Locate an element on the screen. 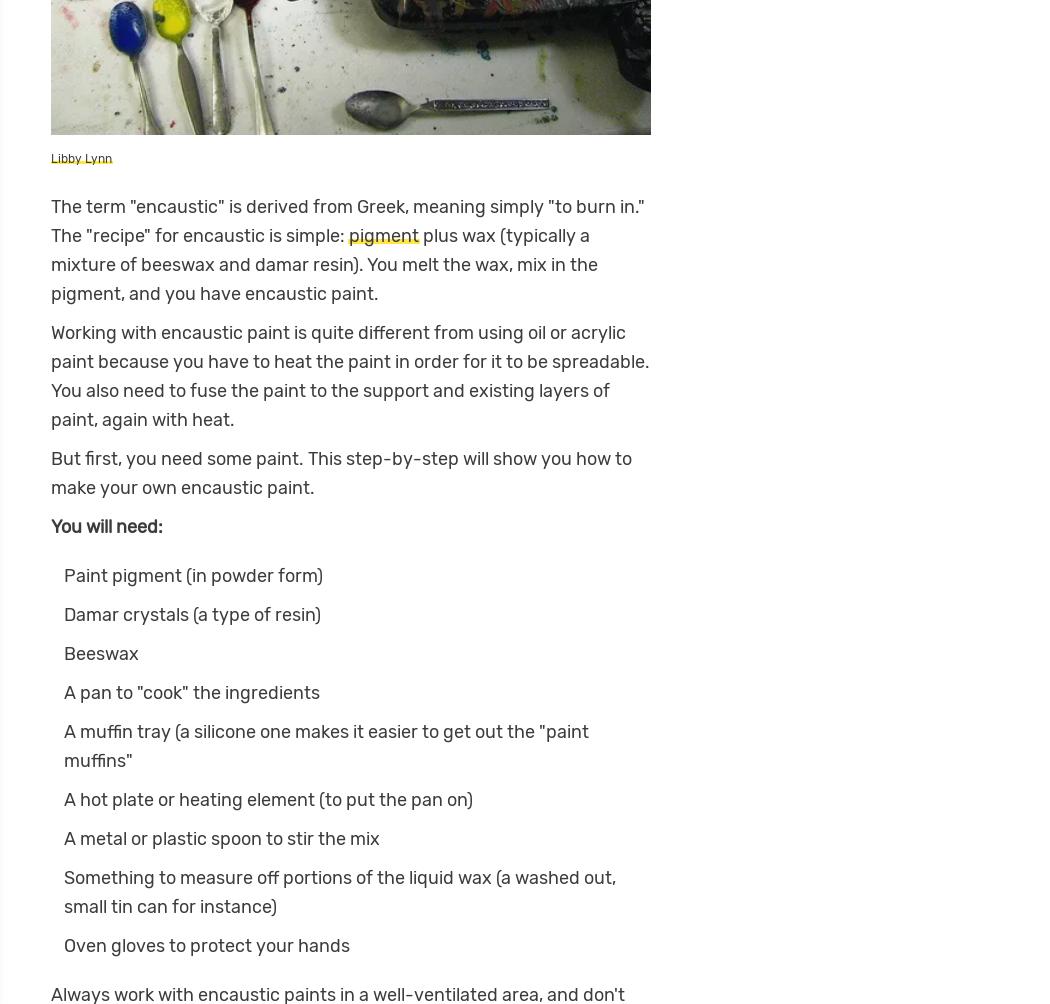 This screenshot has height=1004, width=1050. 'A pan to "cook" the ingredients' is located at coordinates (62, 691).